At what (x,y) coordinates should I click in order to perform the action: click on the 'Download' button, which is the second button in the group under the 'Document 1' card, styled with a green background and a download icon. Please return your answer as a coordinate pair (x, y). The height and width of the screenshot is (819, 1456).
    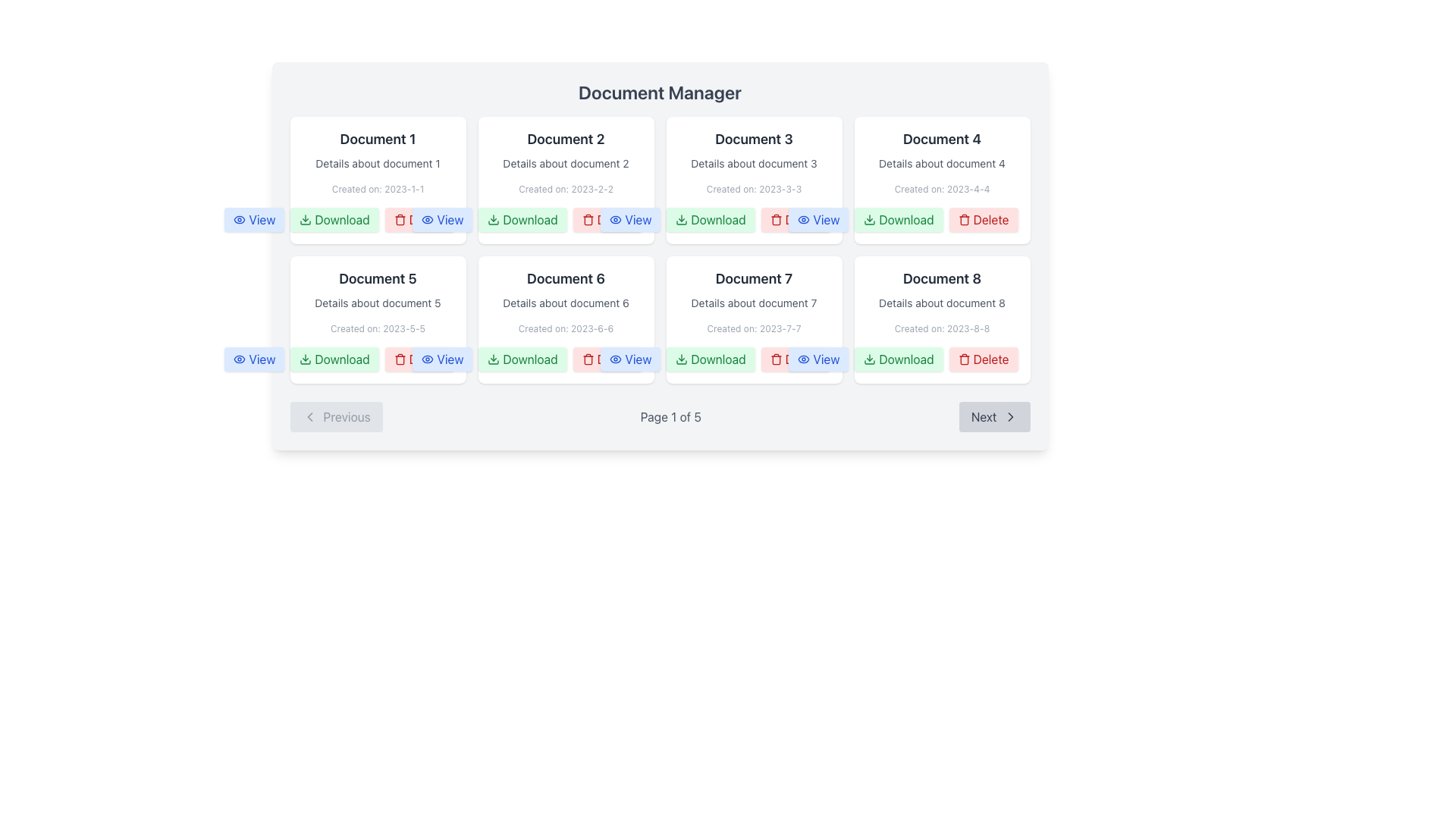
    Looking at the image, I should click on (334, 219).